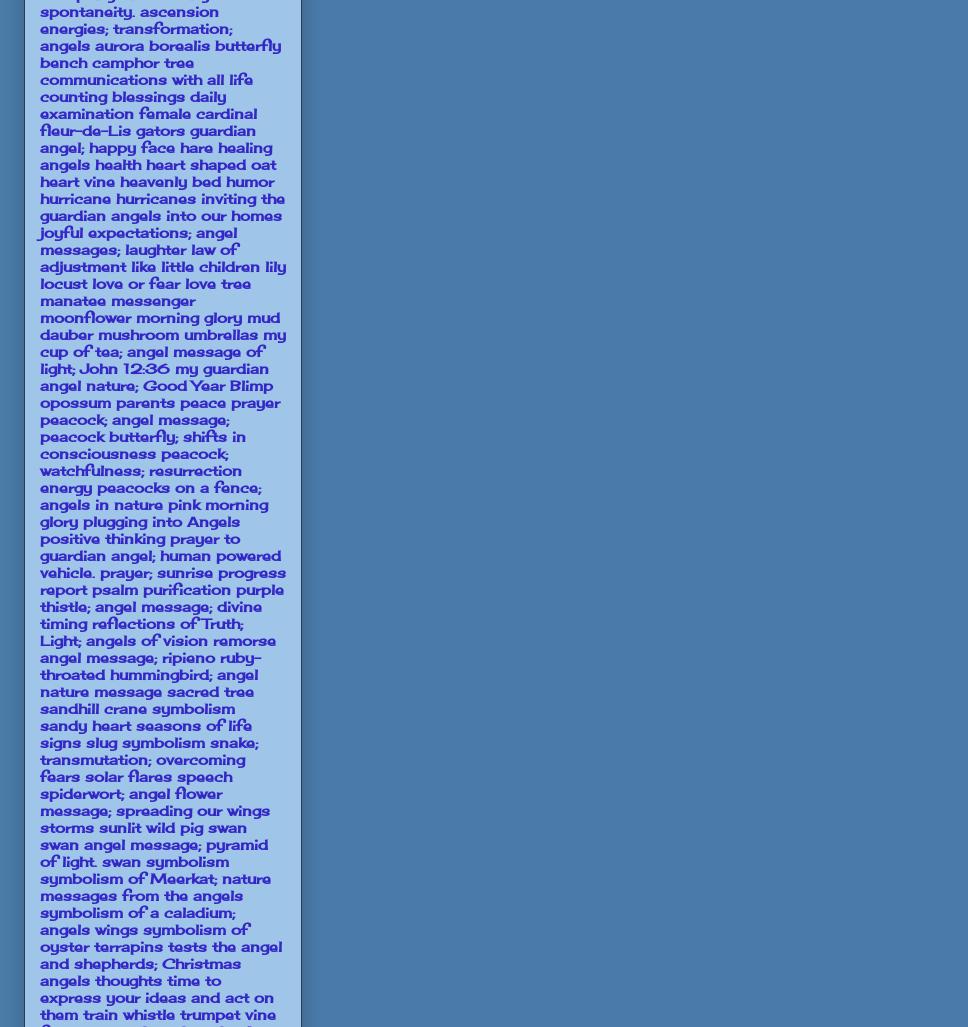 The width and height of the screenshot is (968, 1027). What do you see at coordinates (159, 553) in the screenshot?
I see `'prayer to guardian angel; human powered vehicle.'` at bounding box center [159, 553].